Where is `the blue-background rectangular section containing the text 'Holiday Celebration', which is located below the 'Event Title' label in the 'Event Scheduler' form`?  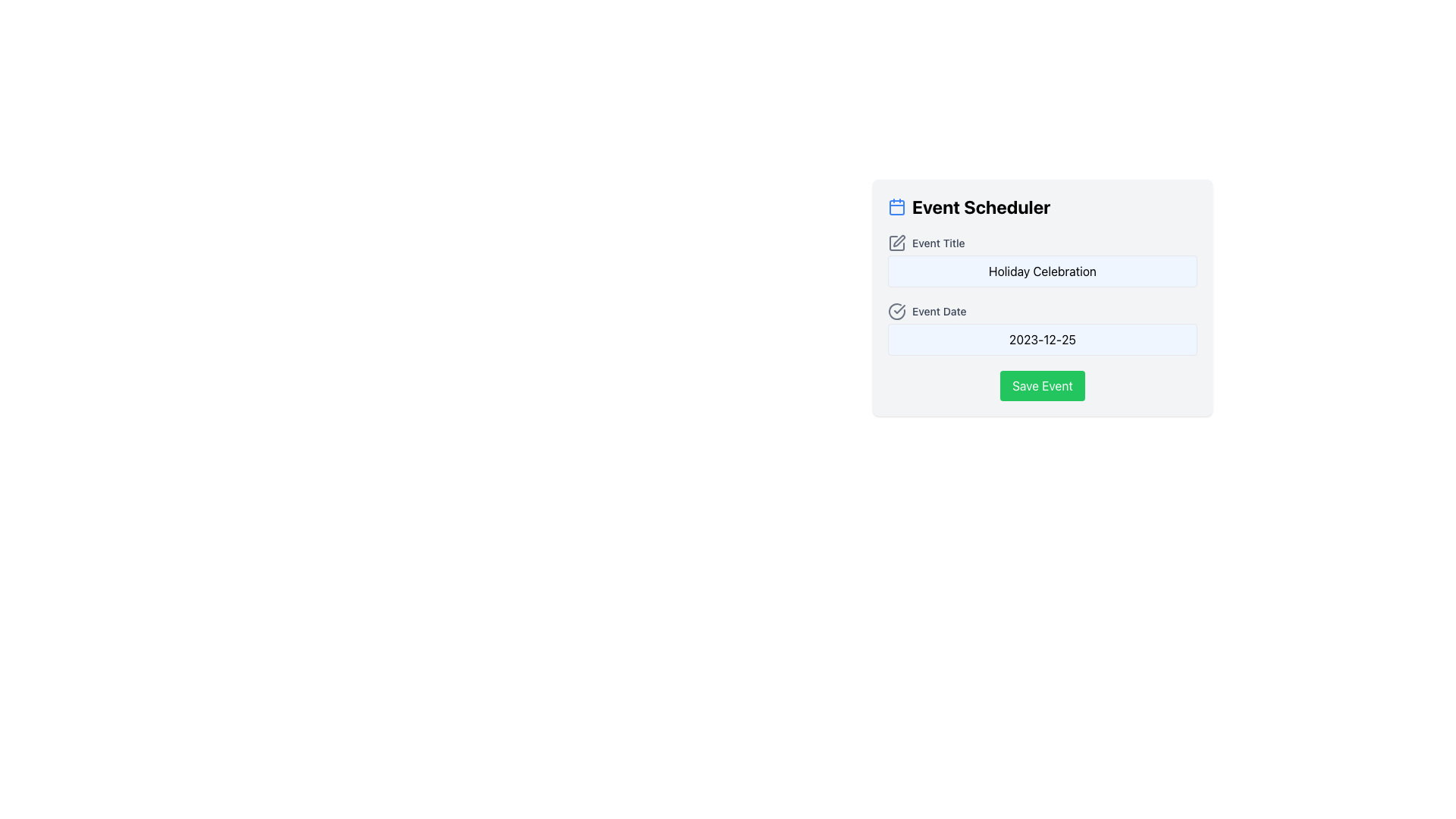 the blue-background rectangular section containing the text 'Holiday Celebration', which is located below the 'Event Title' label in the 'Event Scheduler' form is located at coordinates (1041, 271).